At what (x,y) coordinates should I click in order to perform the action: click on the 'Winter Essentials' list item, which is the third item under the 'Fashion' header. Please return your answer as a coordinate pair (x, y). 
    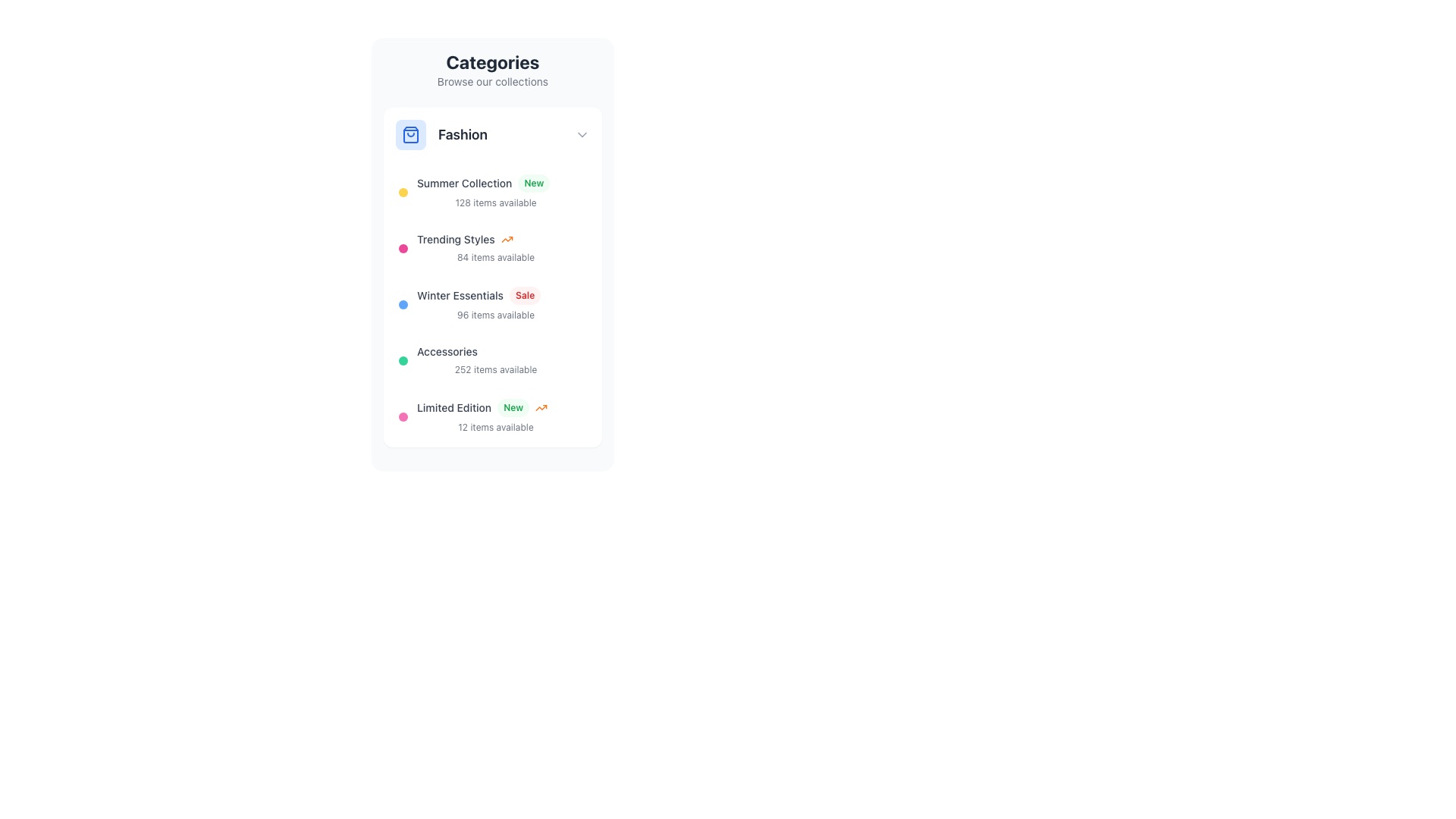
    Looking at the image, I should click on (492, 304).